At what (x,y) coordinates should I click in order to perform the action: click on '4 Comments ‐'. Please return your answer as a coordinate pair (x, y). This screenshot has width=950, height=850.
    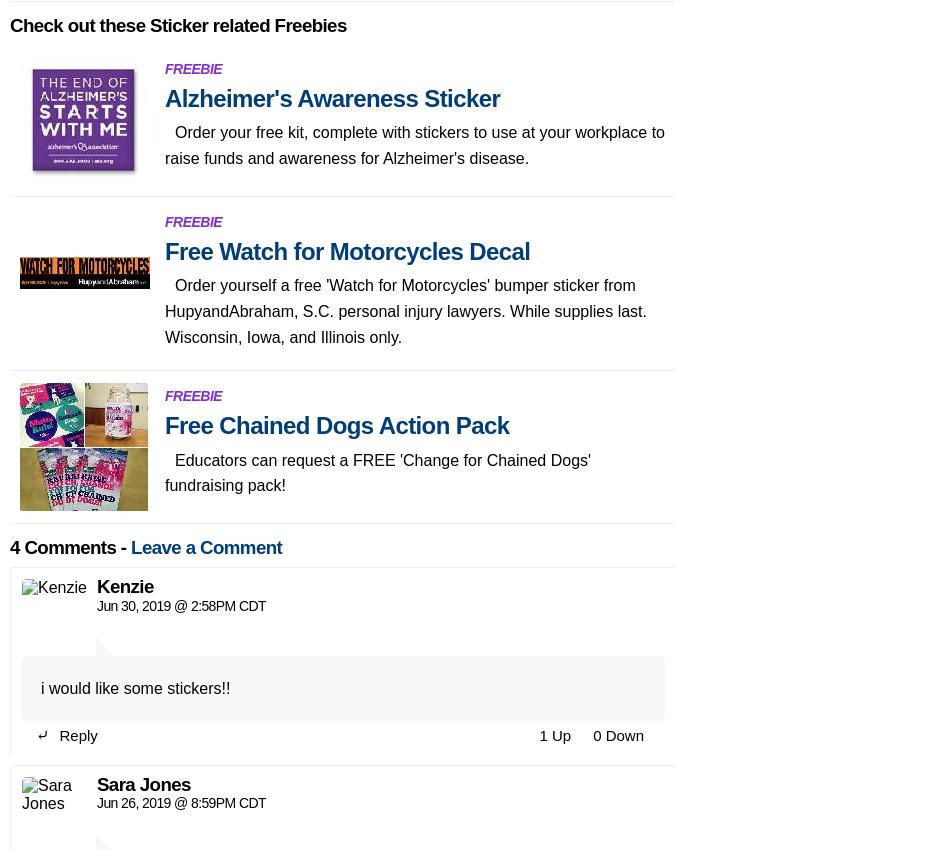
    Looking at the image, I should click on (70, 47).